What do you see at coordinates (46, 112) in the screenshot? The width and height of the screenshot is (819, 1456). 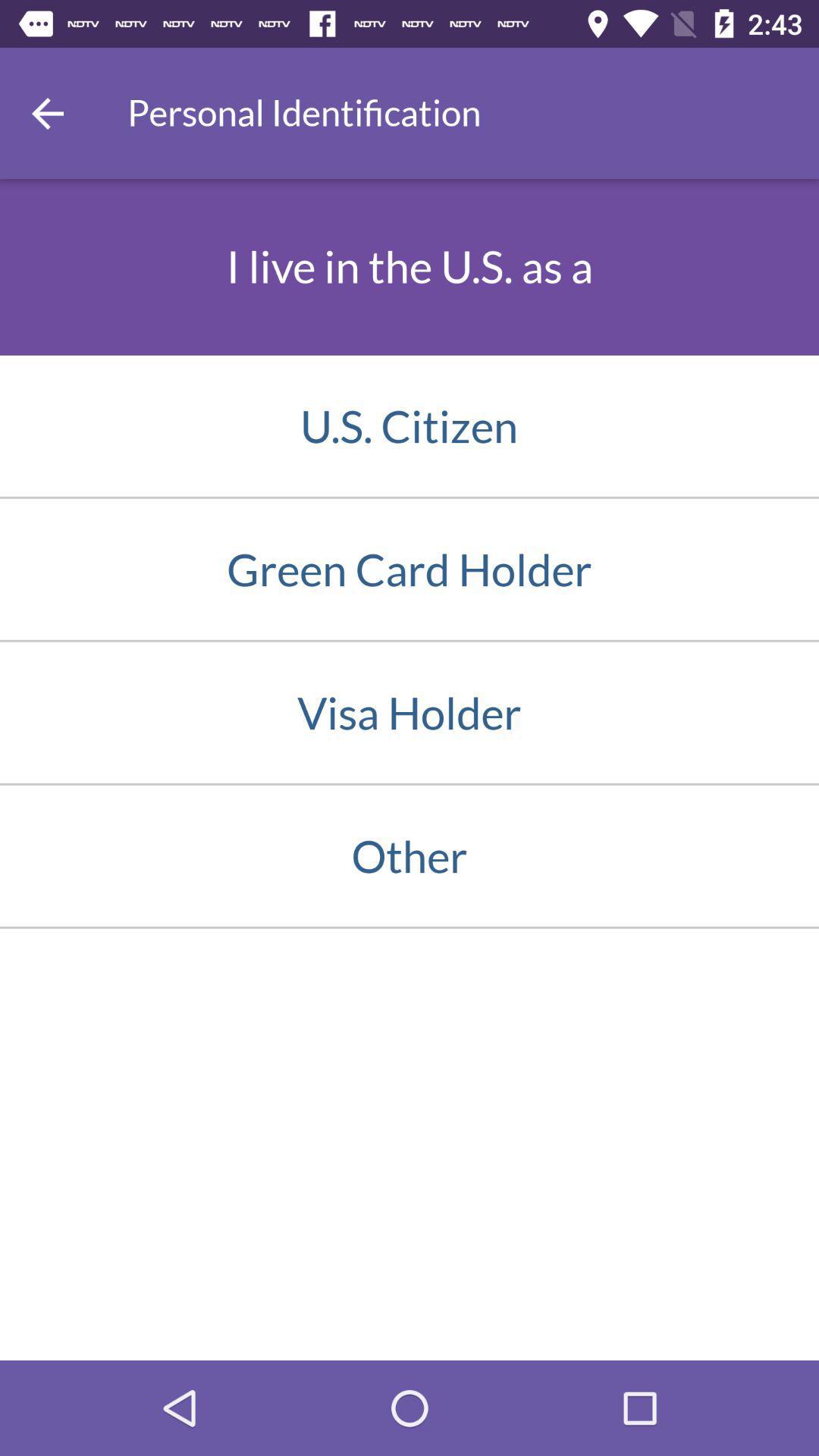 I see `go back` at bounding box center [46, 112].